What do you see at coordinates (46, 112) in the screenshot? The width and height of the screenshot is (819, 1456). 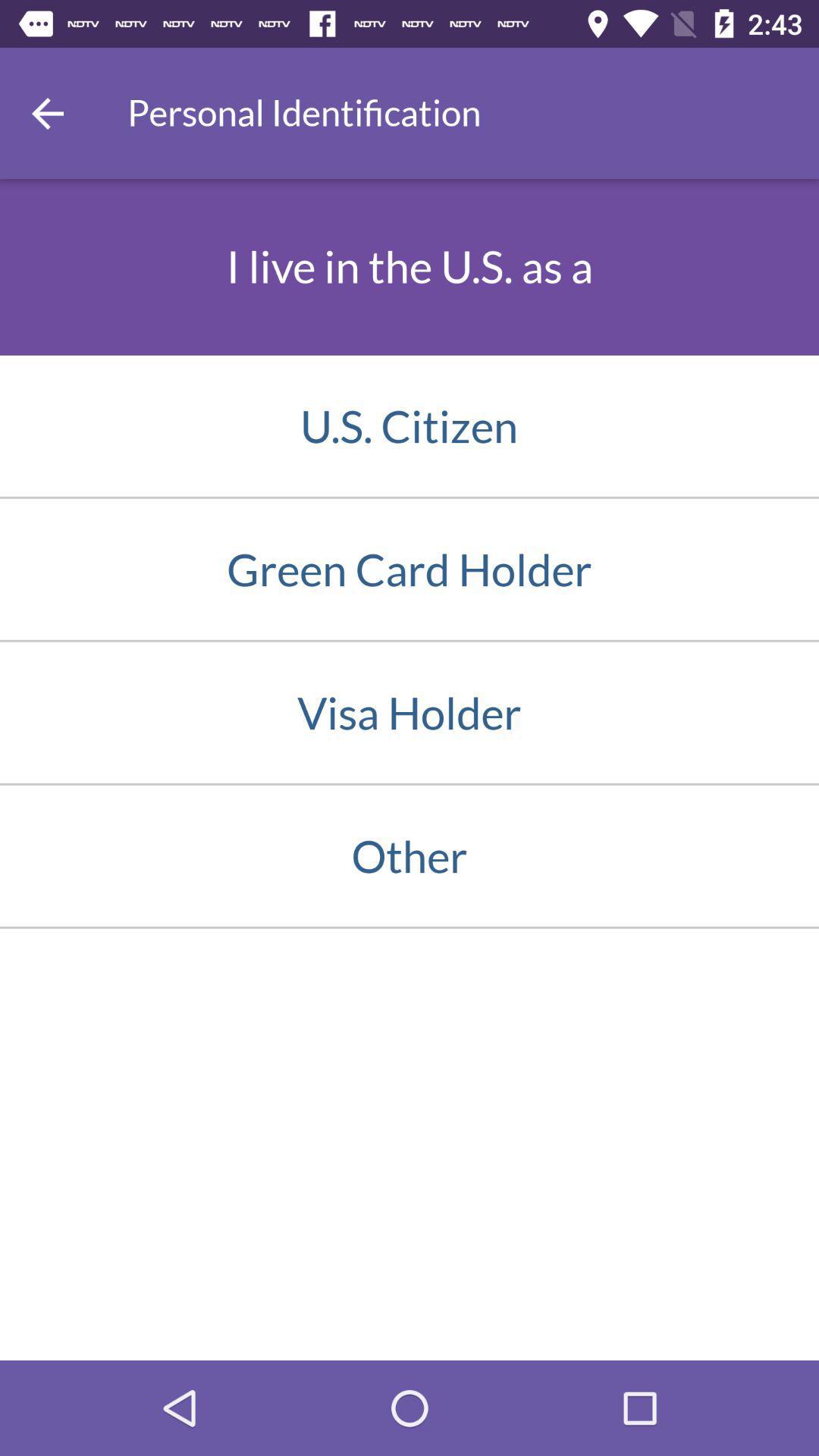 I see `go back` at bounding box center [46, 112].